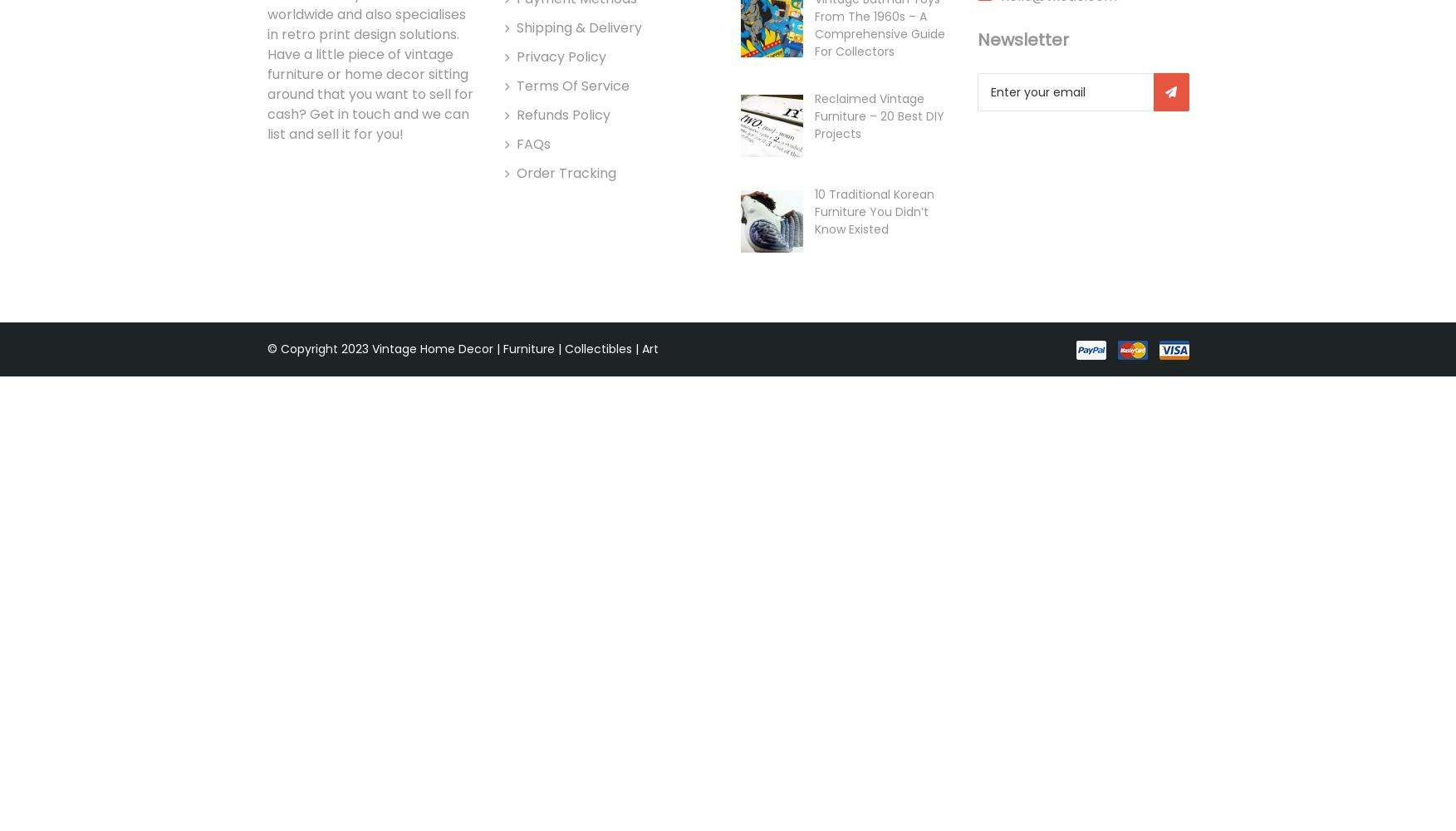 Image resolution: width=1456 pixels, height=831 pixels. What do you see at coordinates (571, 85) in the screenshot?
I see `'Terms of Service'` at bounding box center [571, 85].